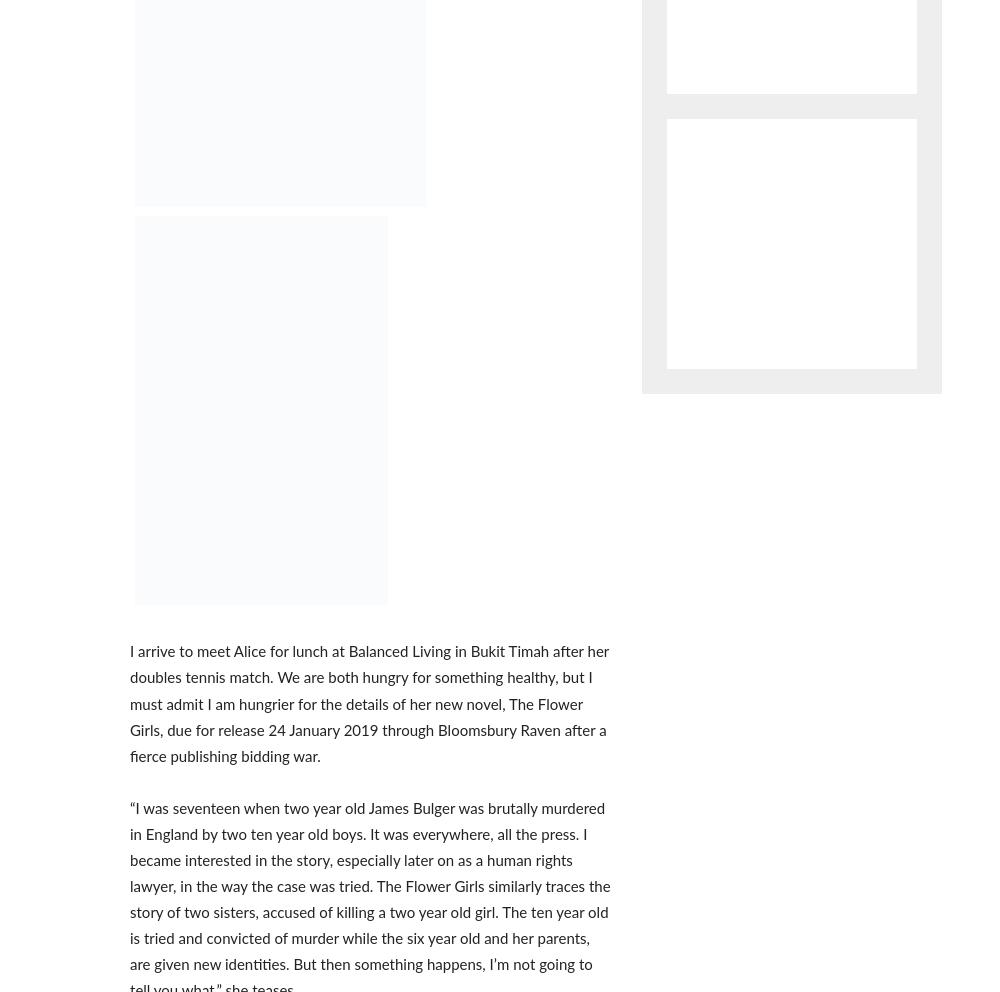 The width and height of the screenshot is (1000, 992). Describe the element at coordinates (196, 120) in the screenshot. I see `'RELATED ARTICLES'` at that location.